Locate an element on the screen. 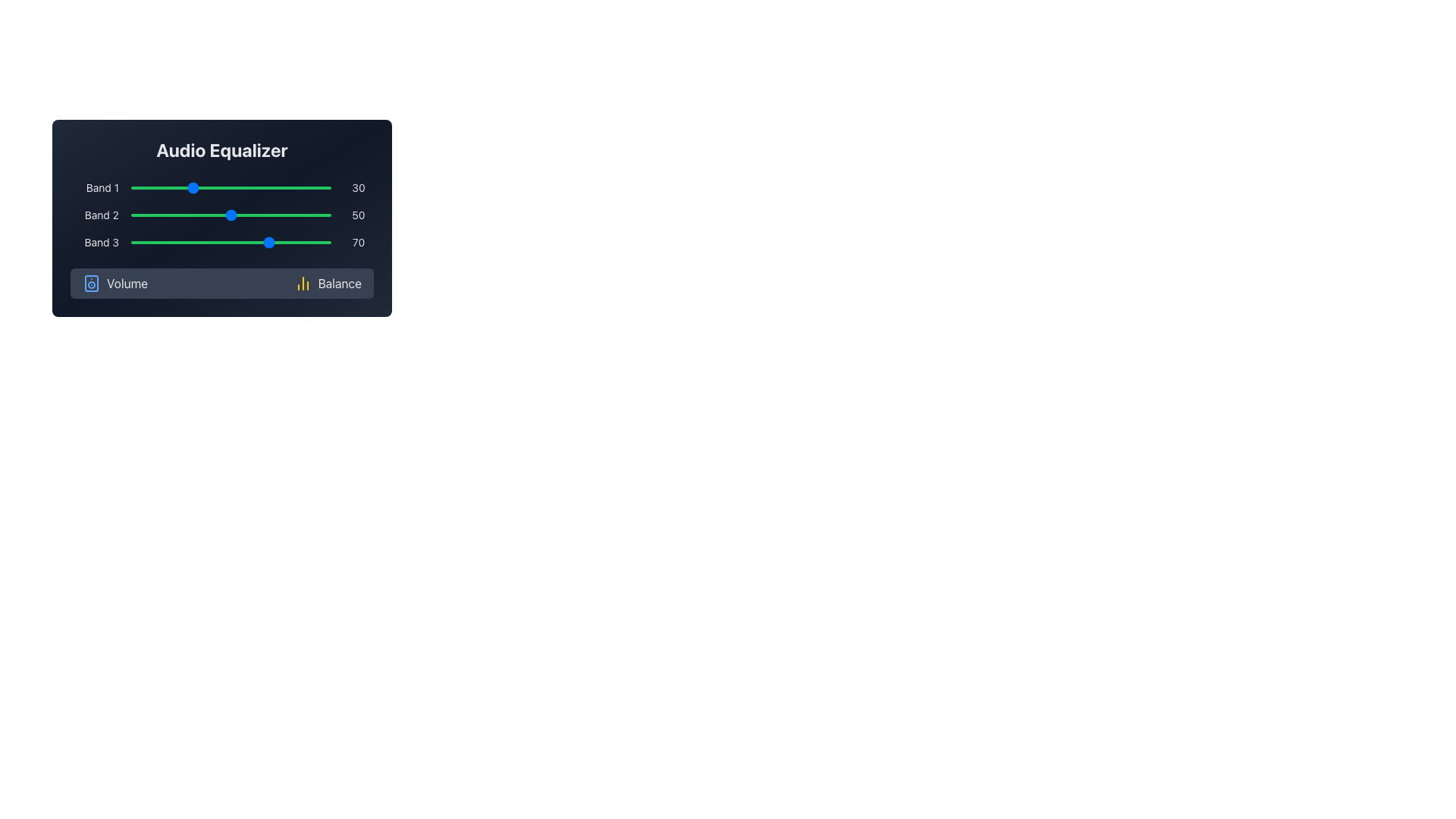 This screenshot has height=819, width=1456. the frequency slider is located at coordinates (135, 215).